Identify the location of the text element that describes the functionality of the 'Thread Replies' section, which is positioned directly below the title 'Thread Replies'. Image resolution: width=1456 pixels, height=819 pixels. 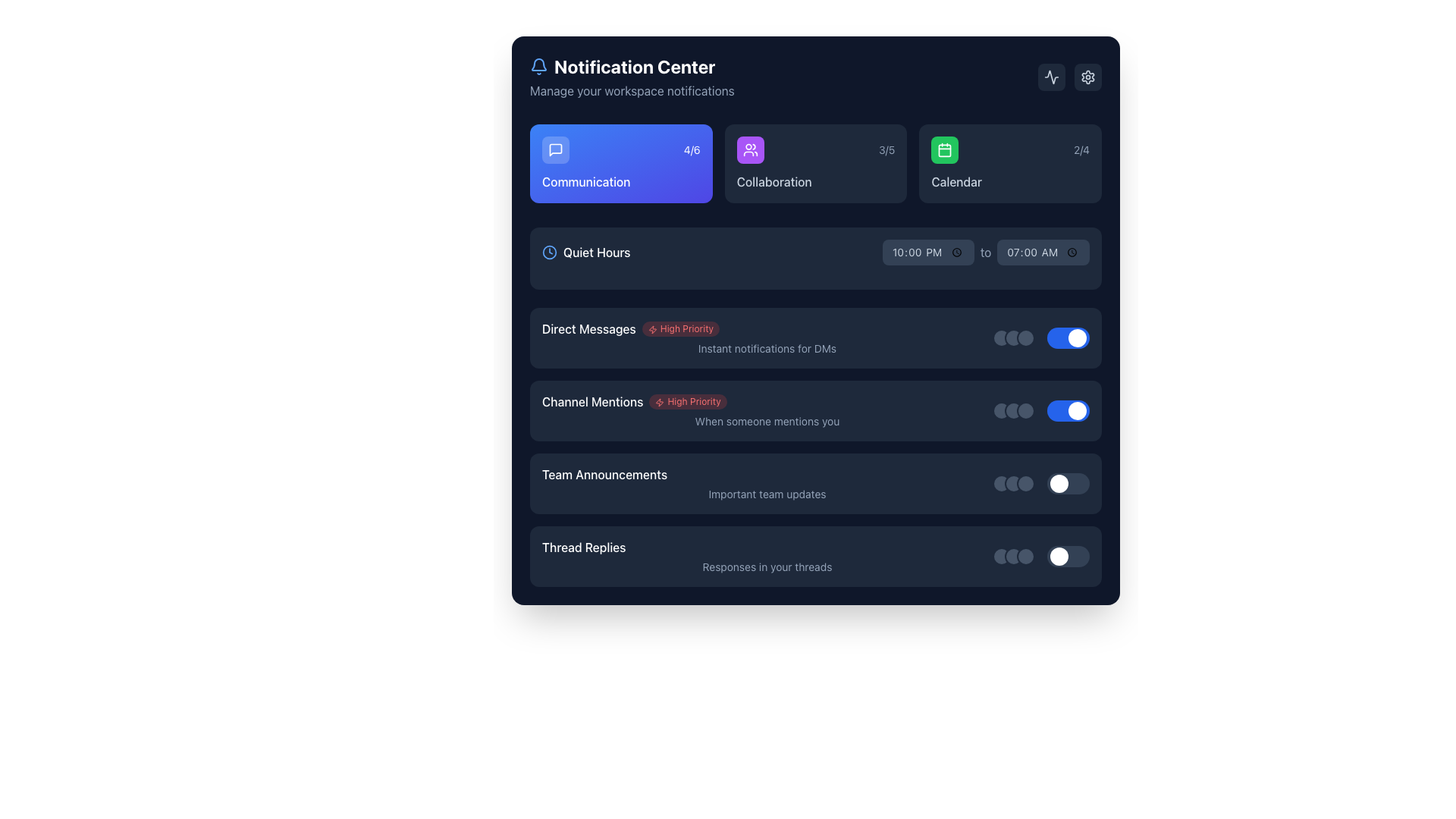
(767, 567).